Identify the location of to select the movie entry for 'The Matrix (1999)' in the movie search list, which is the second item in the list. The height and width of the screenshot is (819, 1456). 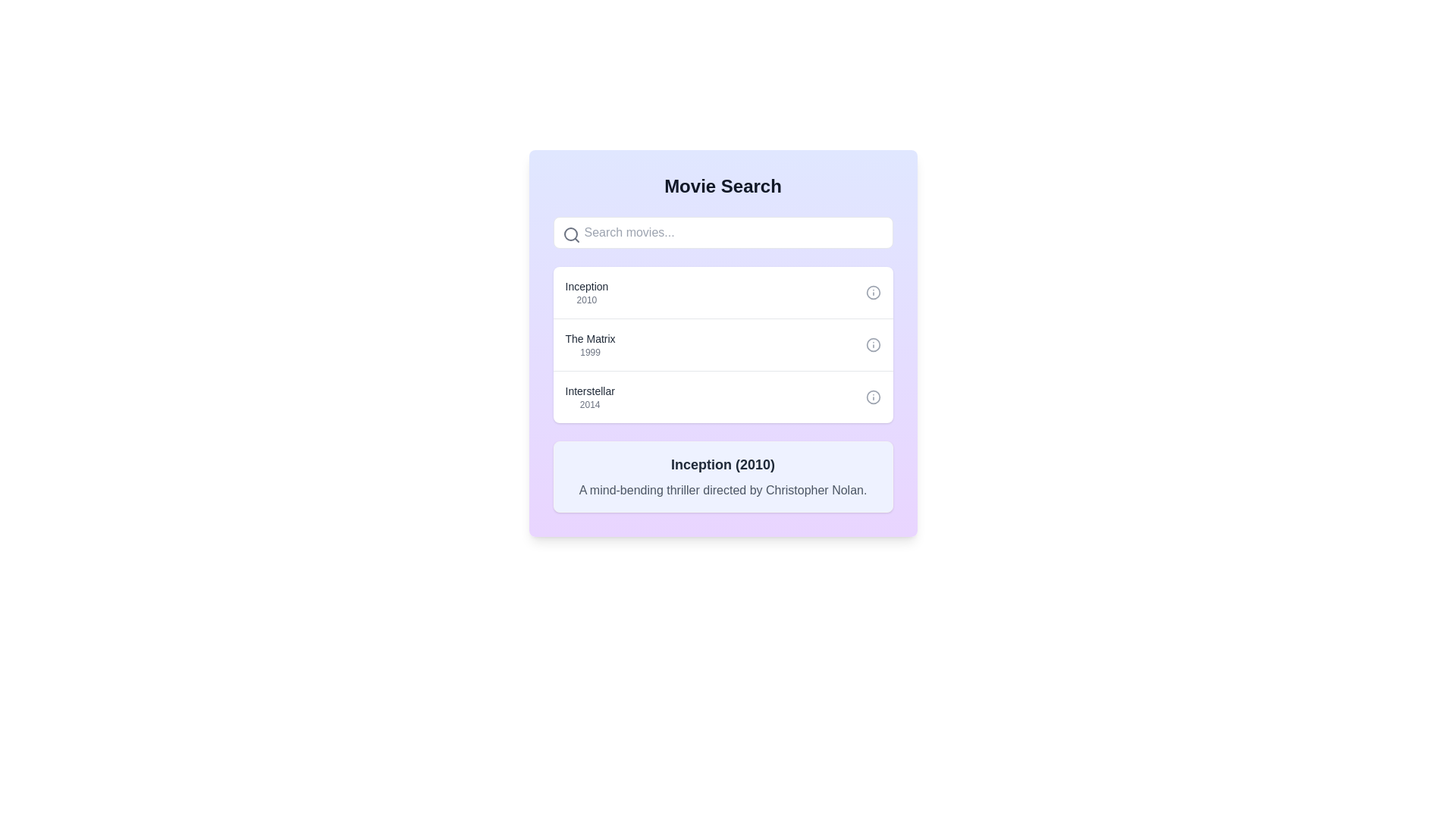
(722, 344).